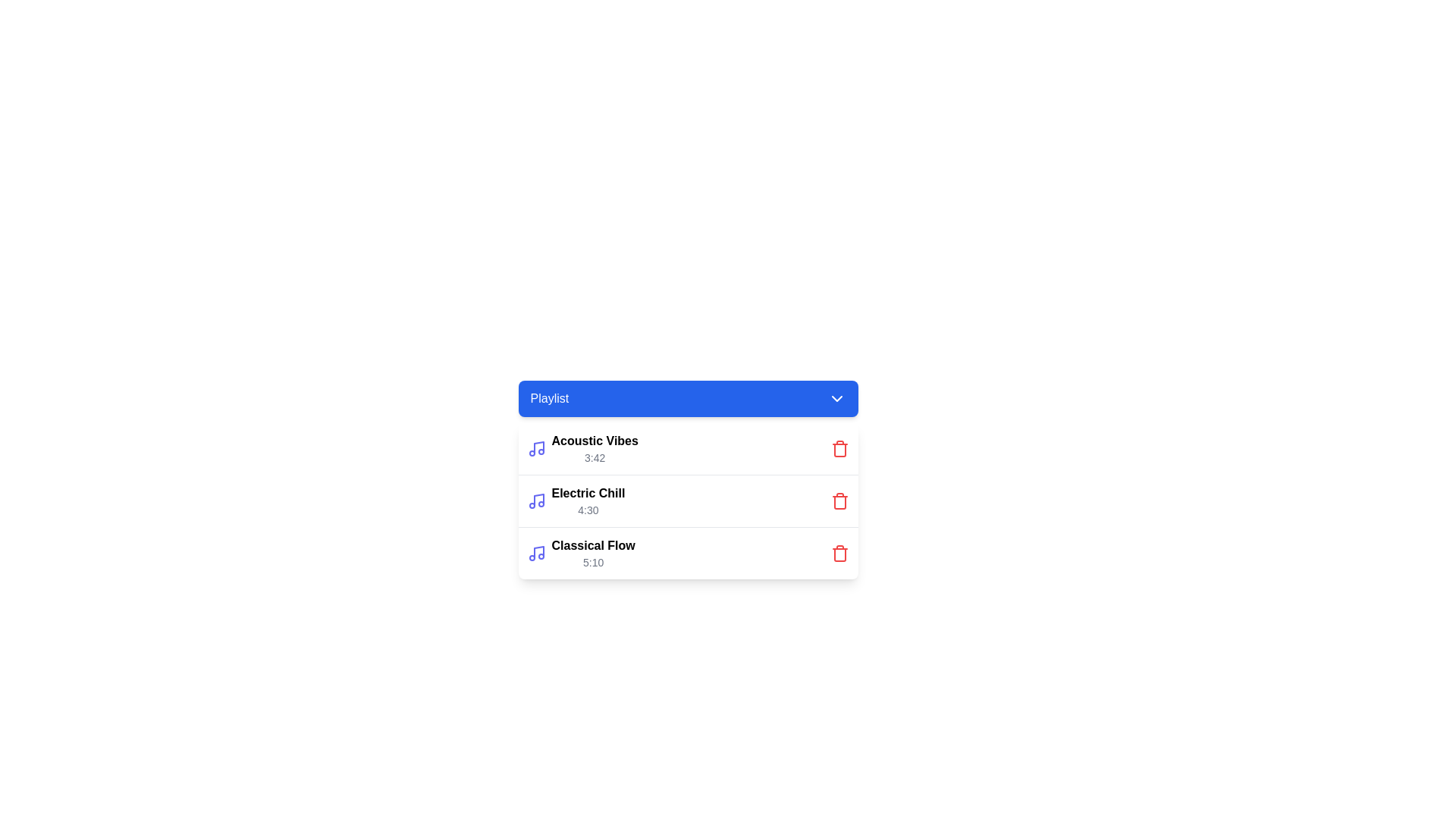  What do you see at coordinates (536, 447) in the screenshot?
I see `the SVG icon that indicates a musical track, located to the left of the text 'Acoustic Vibes' and the duration '3:42' in the first row of the playlist` at bounding box center [536, 447].